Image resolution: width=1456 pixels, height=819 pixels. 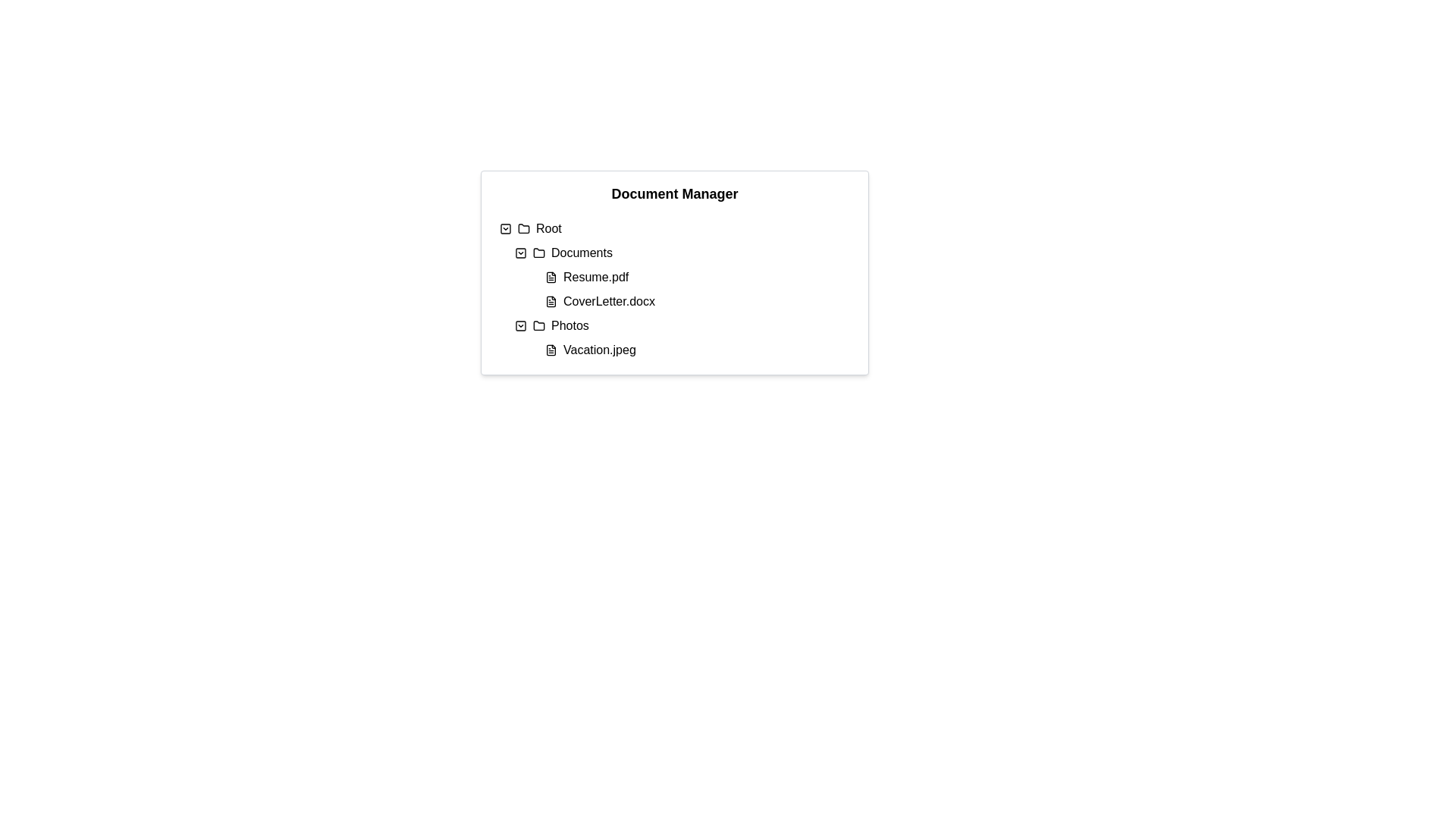 What do you see at coordinates (697, 350) in the screenshot?
I see `the list item representing the file 'Vacation.jpeg' located under the 'Photos' folder` at bounding box center [697, 350].